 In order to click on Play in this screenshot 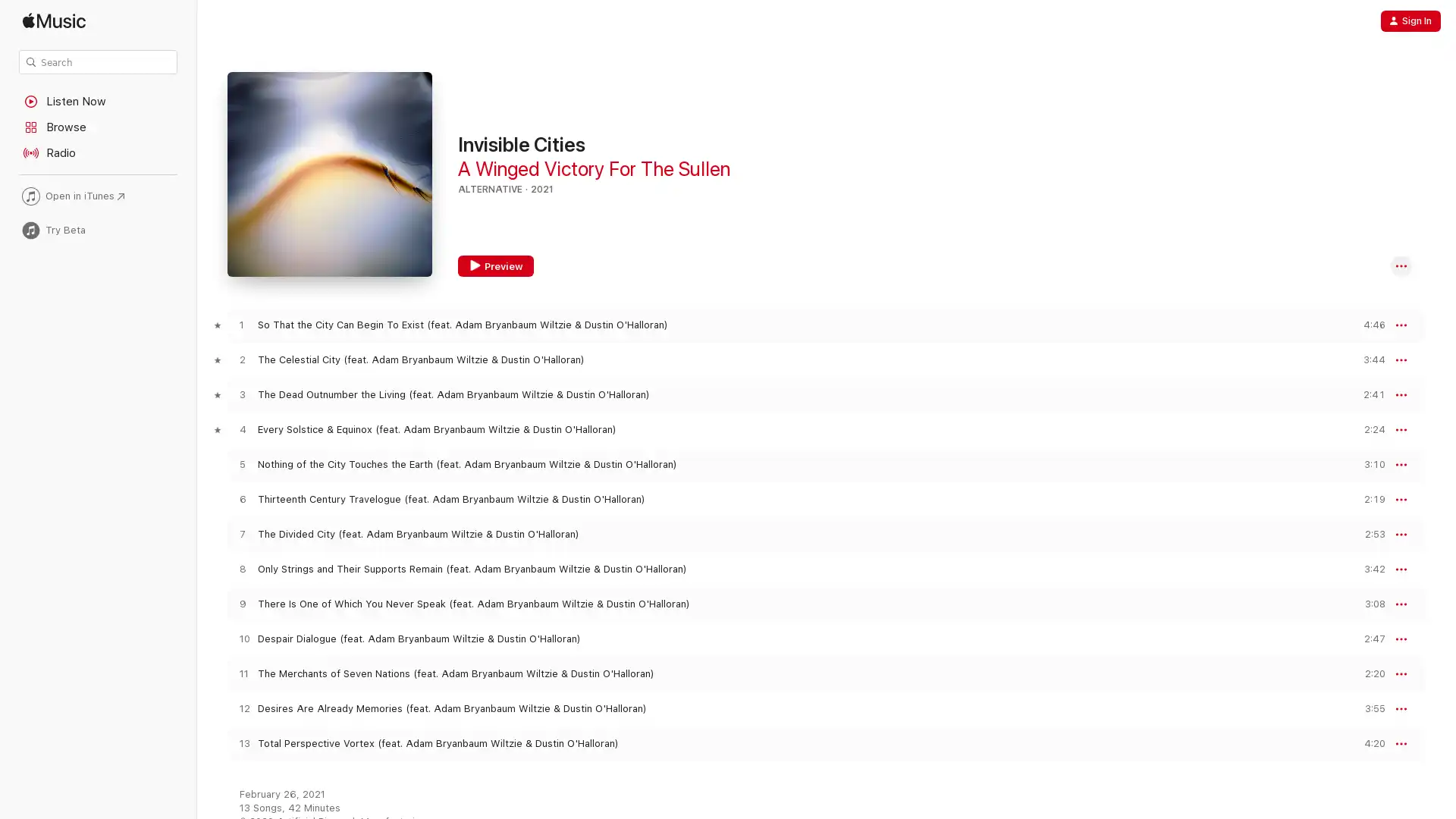, I will do `click(241, 394)`.